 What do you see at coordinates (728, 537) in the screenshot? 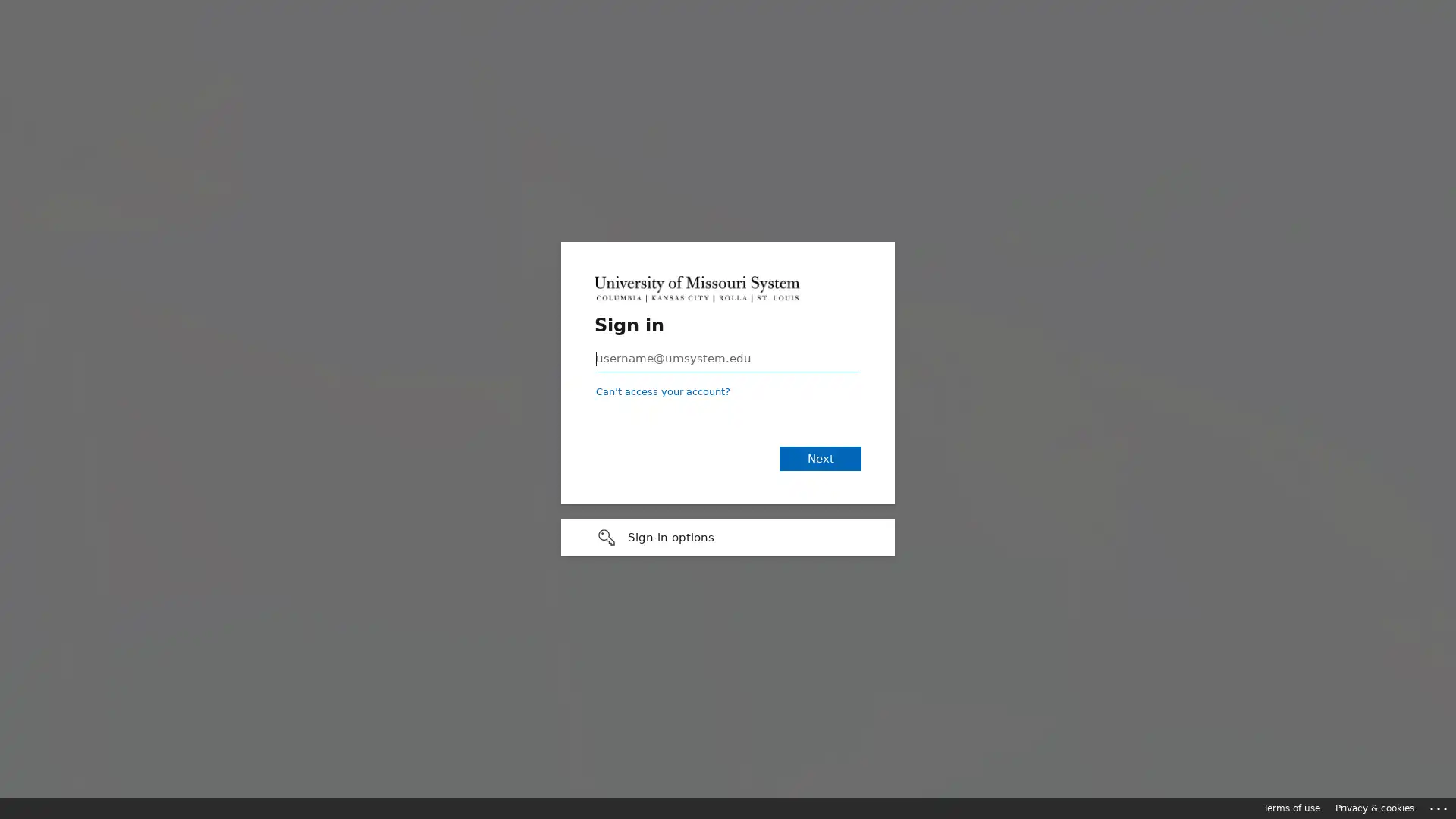
I see `Sign-in options` at bounding box center [728, 537].